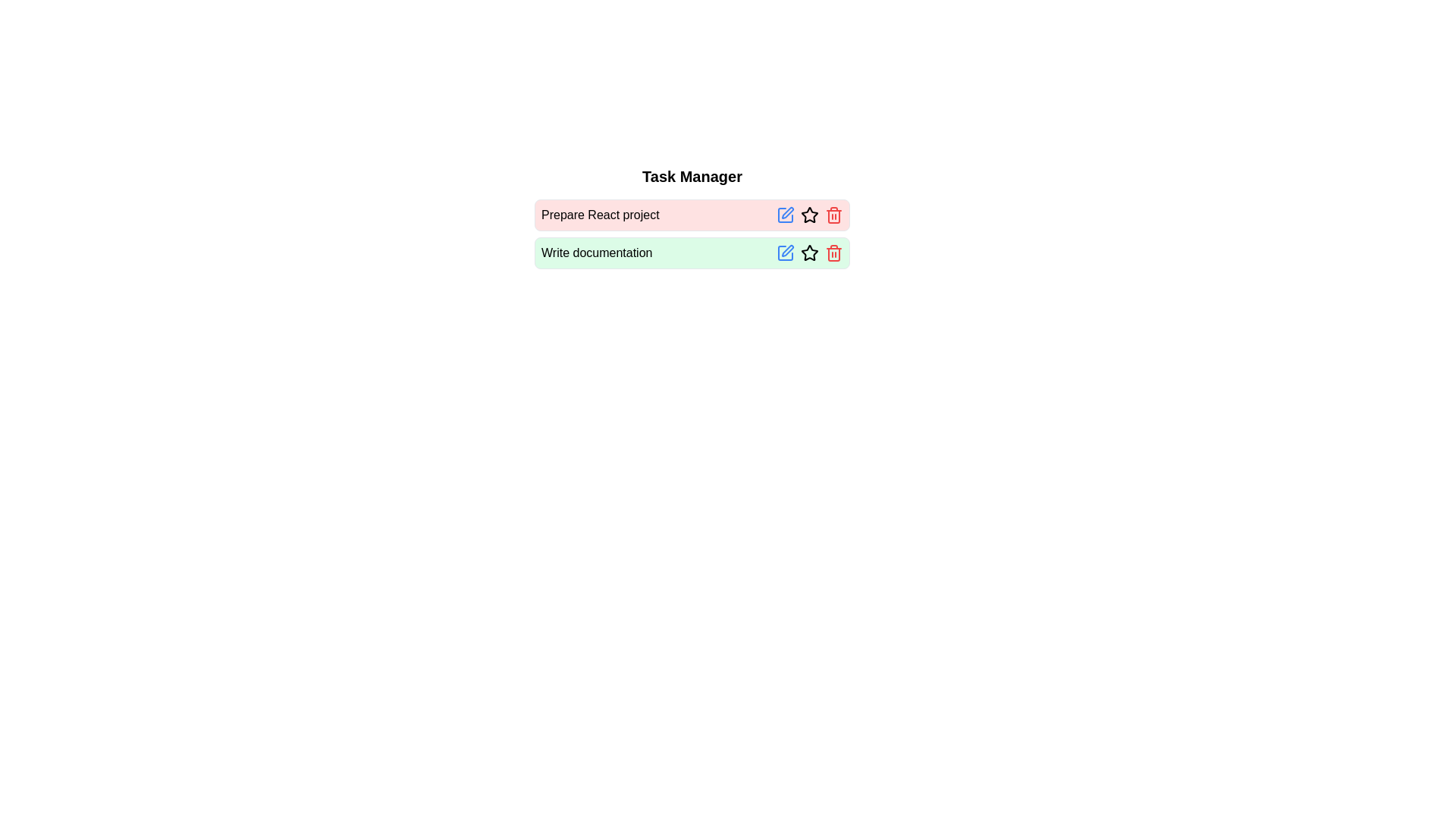 This screenshot has height=819, width=1456. What do you see at coordinates (599, 215) in the screenshot?
I see `the text element containing 'Prepare React project' in bold black font on a light pink background, which is the primary content of the first task entry in the task management interface` at bounding box center [599, 215].